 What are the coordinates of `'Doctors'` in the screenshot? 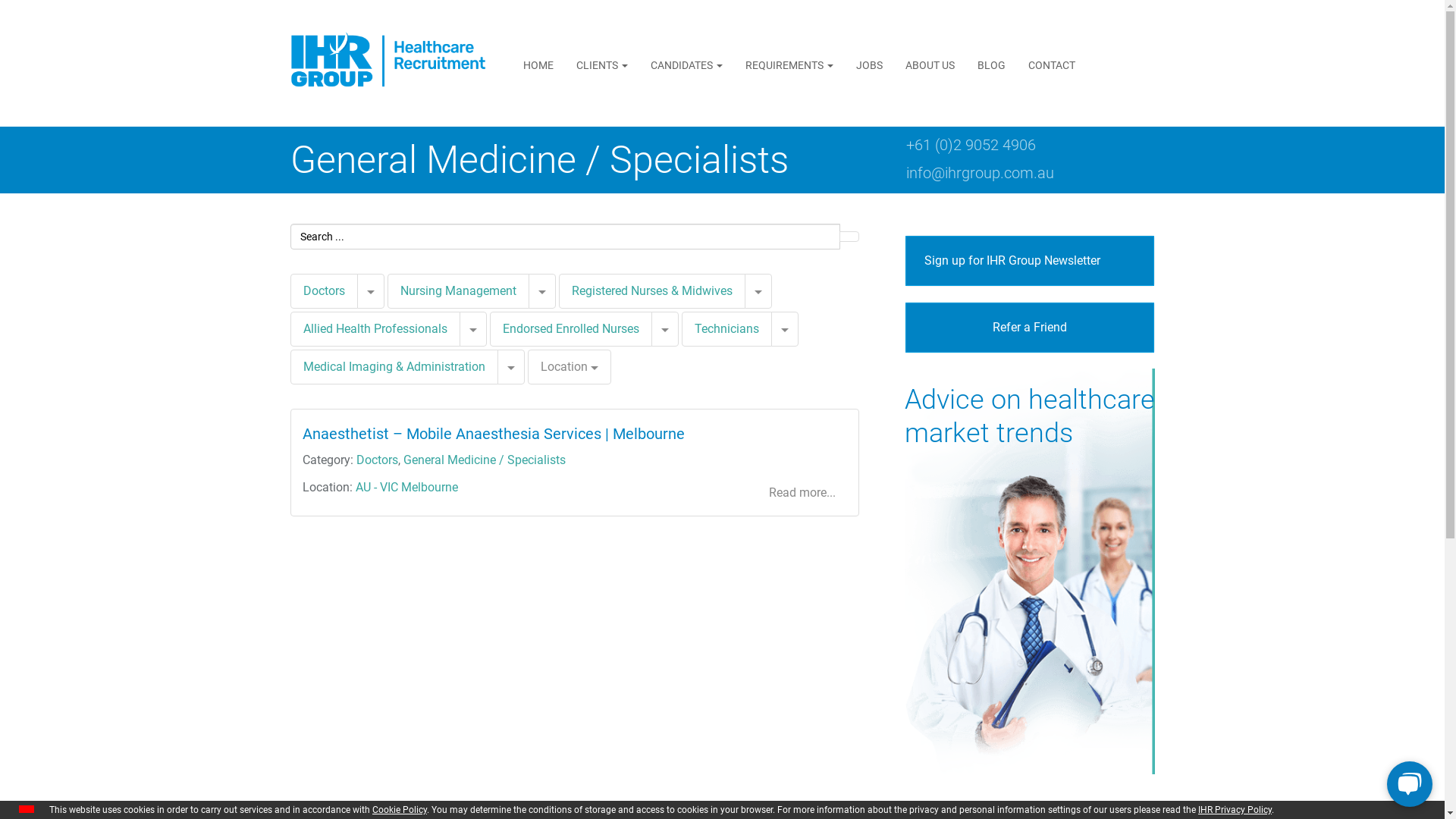 It's located at (322, 291).